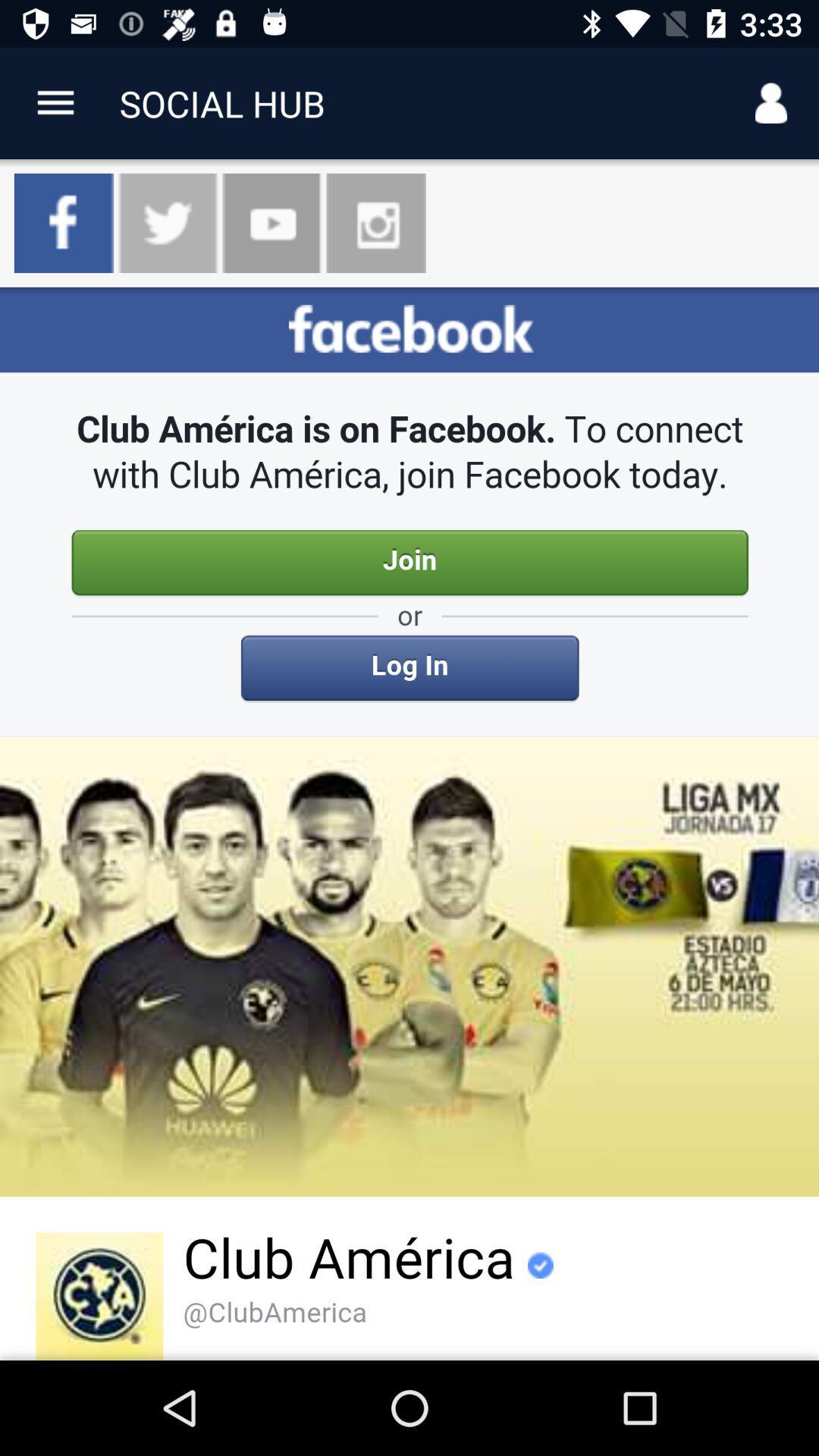 The image size is (819, 1456). Describe the element at coordinates (55, 102) in the screenshot. I see `menu icon option` at that location.